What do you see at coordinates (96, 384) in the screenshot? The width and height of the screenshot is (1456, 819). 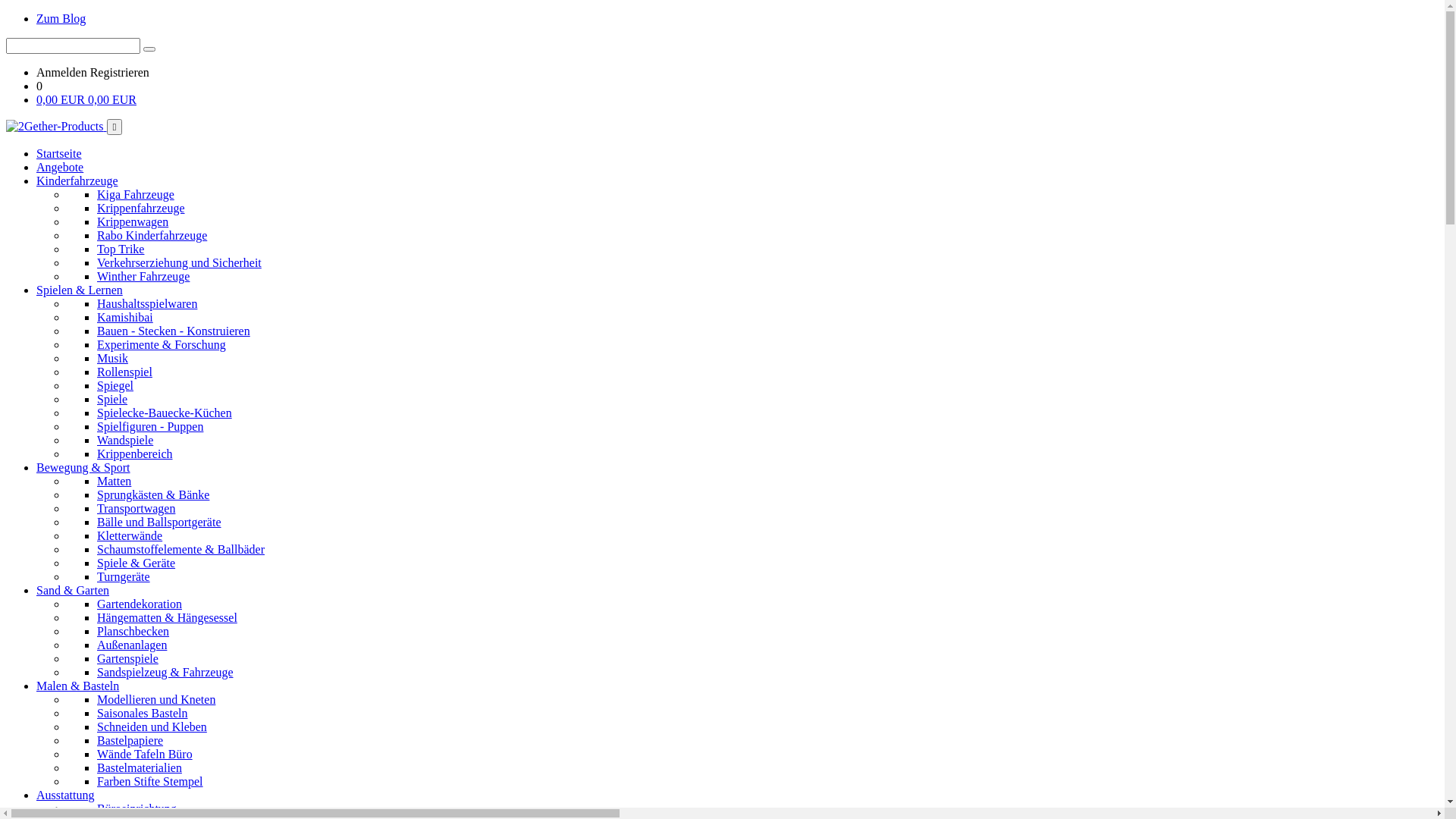 I see `'Spiegel'` at bounding box center [96, 384].